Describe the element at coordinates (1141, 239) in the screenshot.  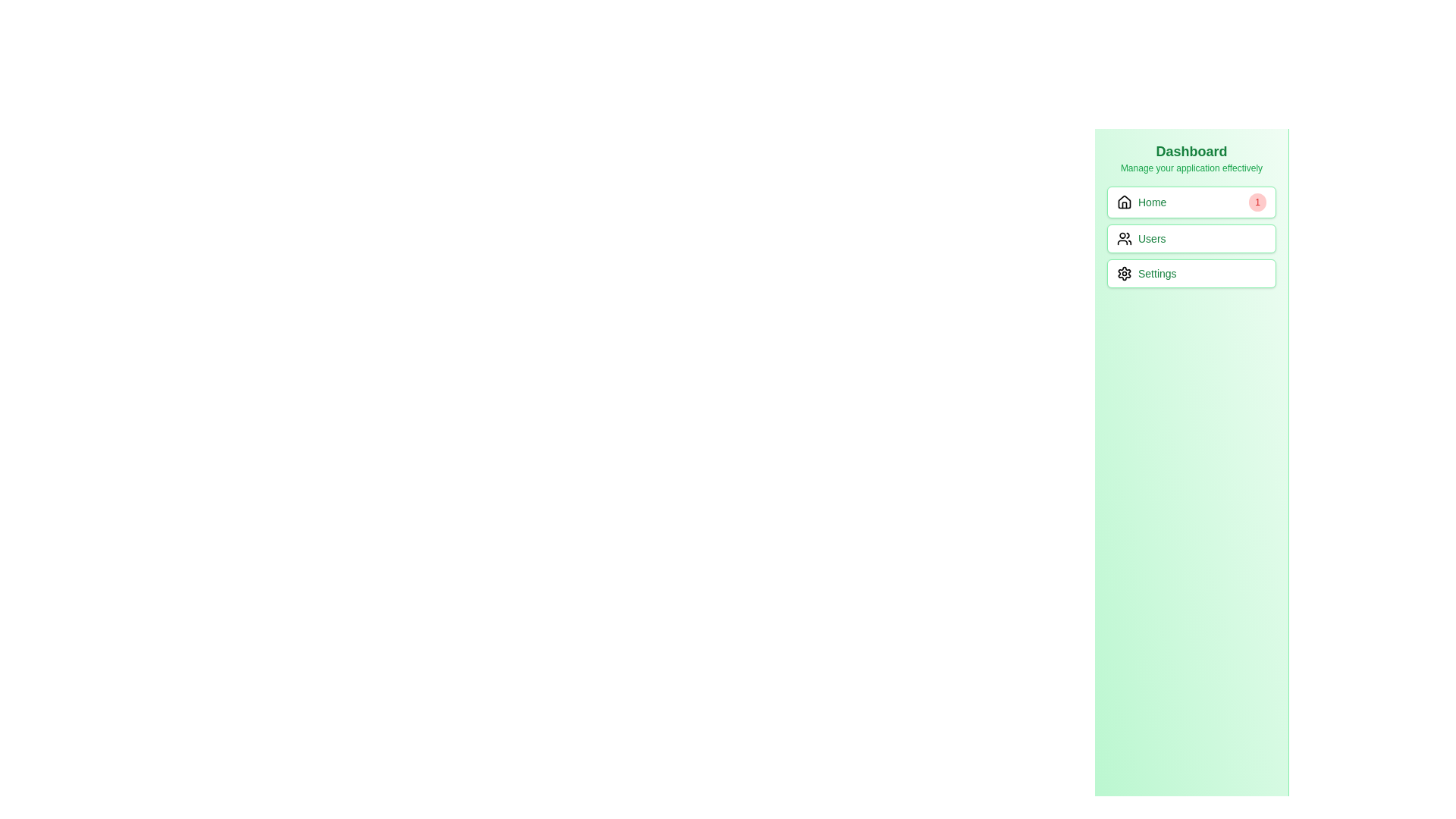
I see `the Text label that identifies the 'Users' menu item, which is located in the vertical menu between 'Home' and 'Settings' and next to a user avatar icon` at that location.